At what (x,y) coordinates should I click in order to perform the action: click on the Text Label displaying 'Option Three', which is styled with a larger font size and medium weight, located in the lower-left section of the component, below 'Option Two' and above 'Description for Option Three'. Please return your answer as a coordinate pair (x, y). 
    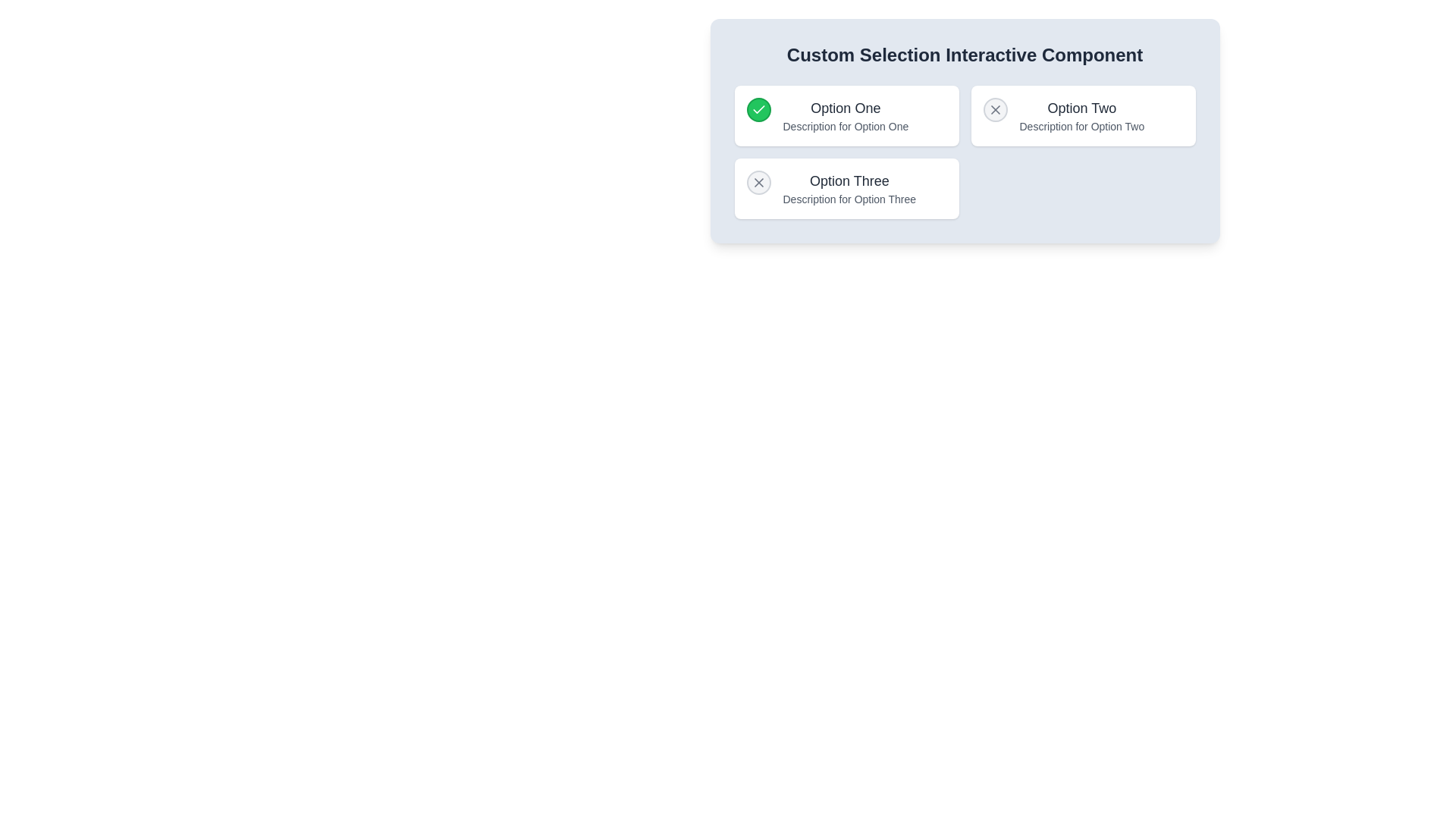
    Looking at the image, I should click on (849, 180).